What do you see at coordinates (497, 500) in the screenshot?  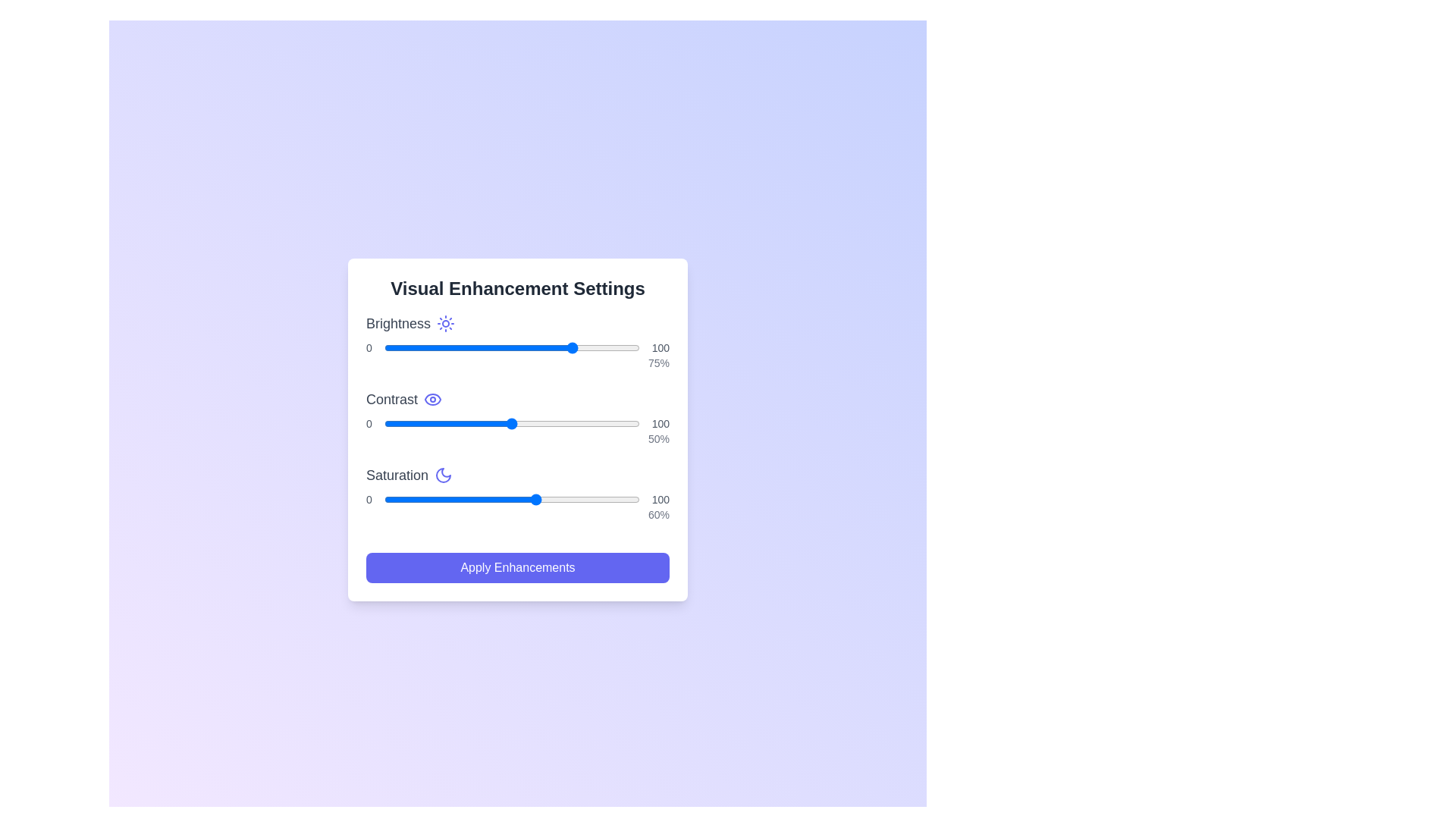 I see `the saturation slider to 44%` at bounding box center [497, 500].